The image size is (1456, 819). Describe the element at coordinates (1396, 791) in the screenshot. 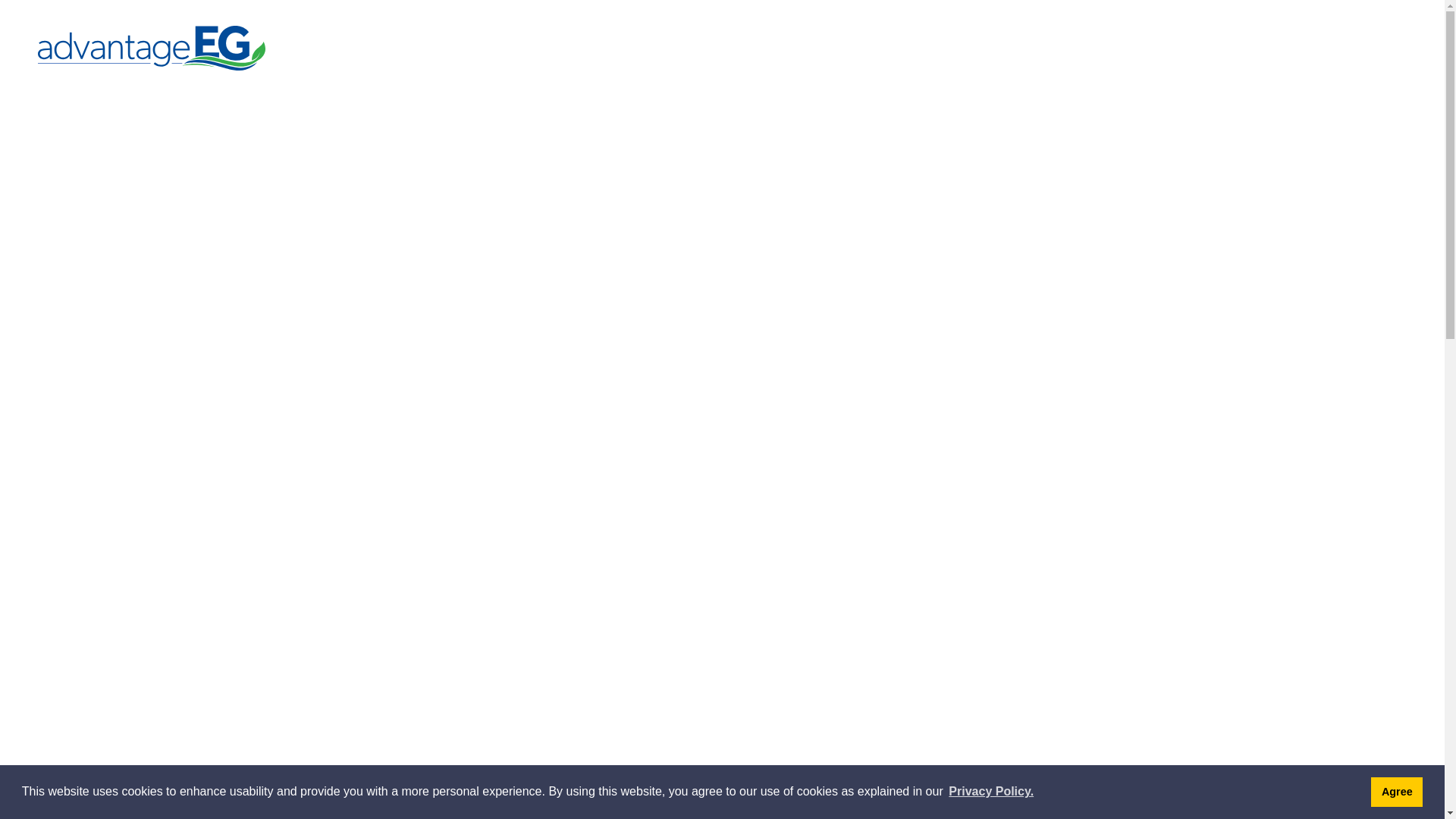

I see `'Agree'` at that location.